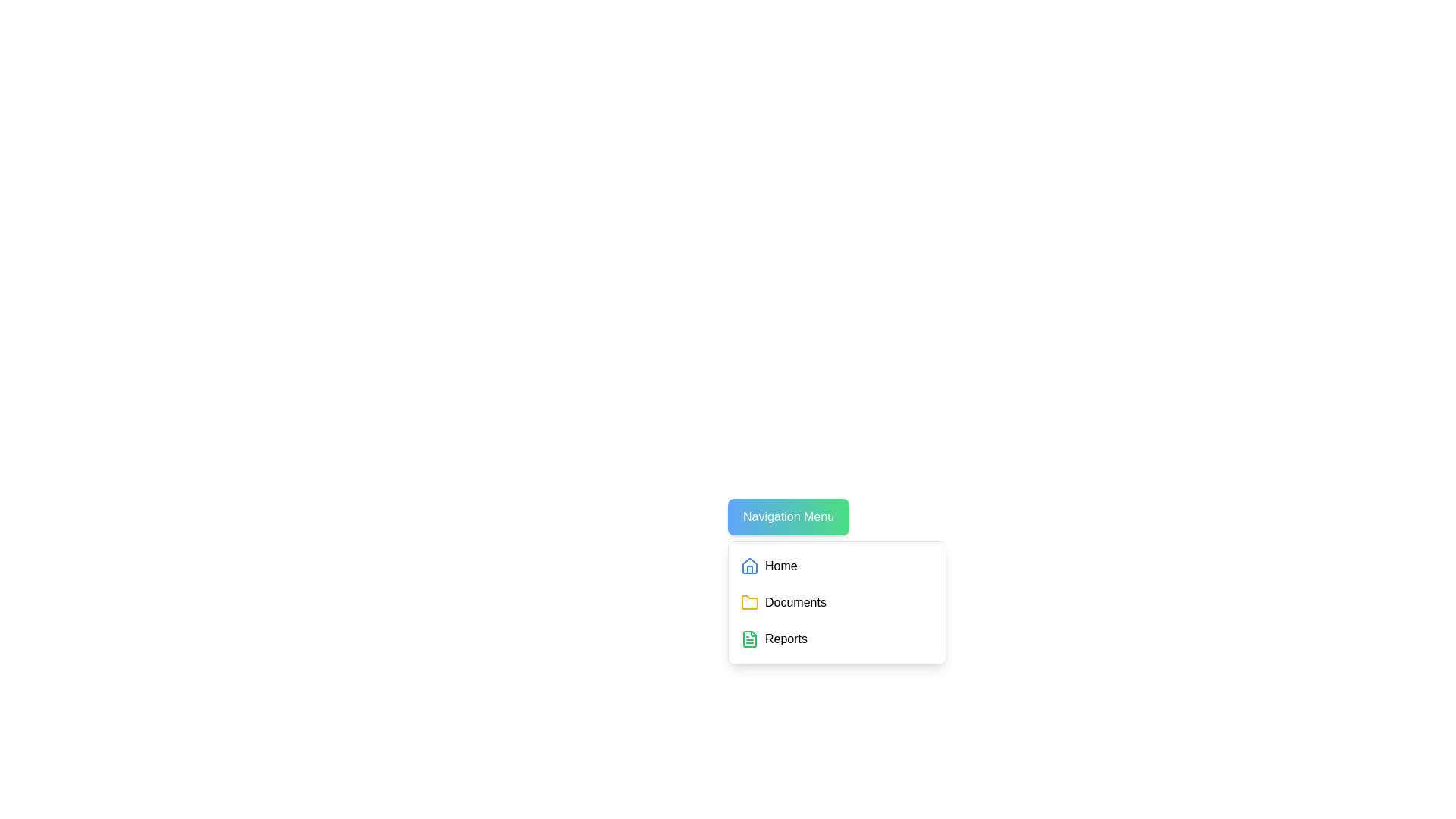 The width and height of the screenshot is (1456, 819). Describe the element at coordinates (836, 601) in the screenshot. I see `the 'Documents' menu item` at that location.